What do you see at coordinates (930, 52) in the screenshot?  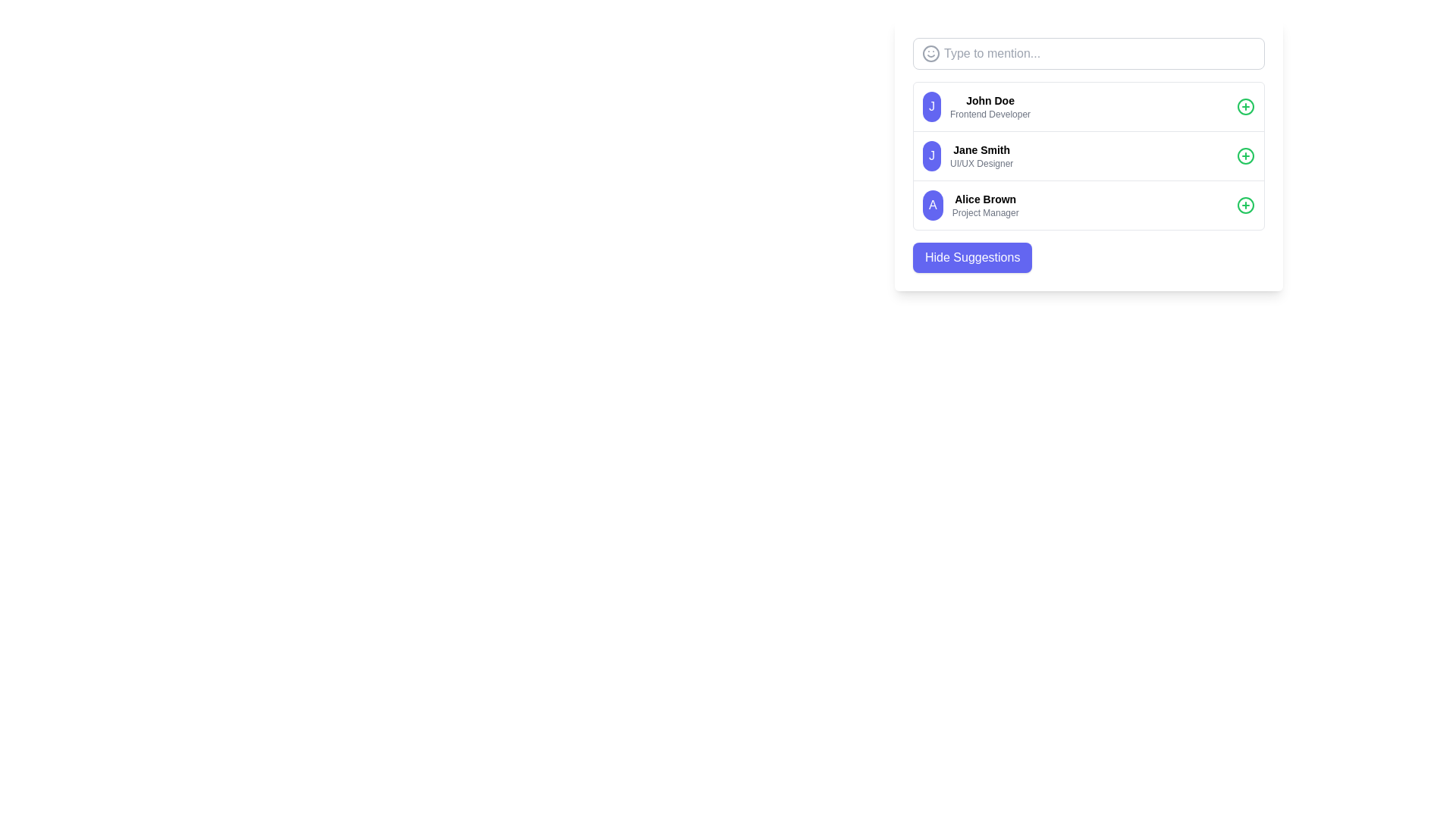 I see `the Decorative icon, which is a circular outline smiley face located on the left side of the text input field labeled 'Type to mention...'` at bounding box center [930, 52].